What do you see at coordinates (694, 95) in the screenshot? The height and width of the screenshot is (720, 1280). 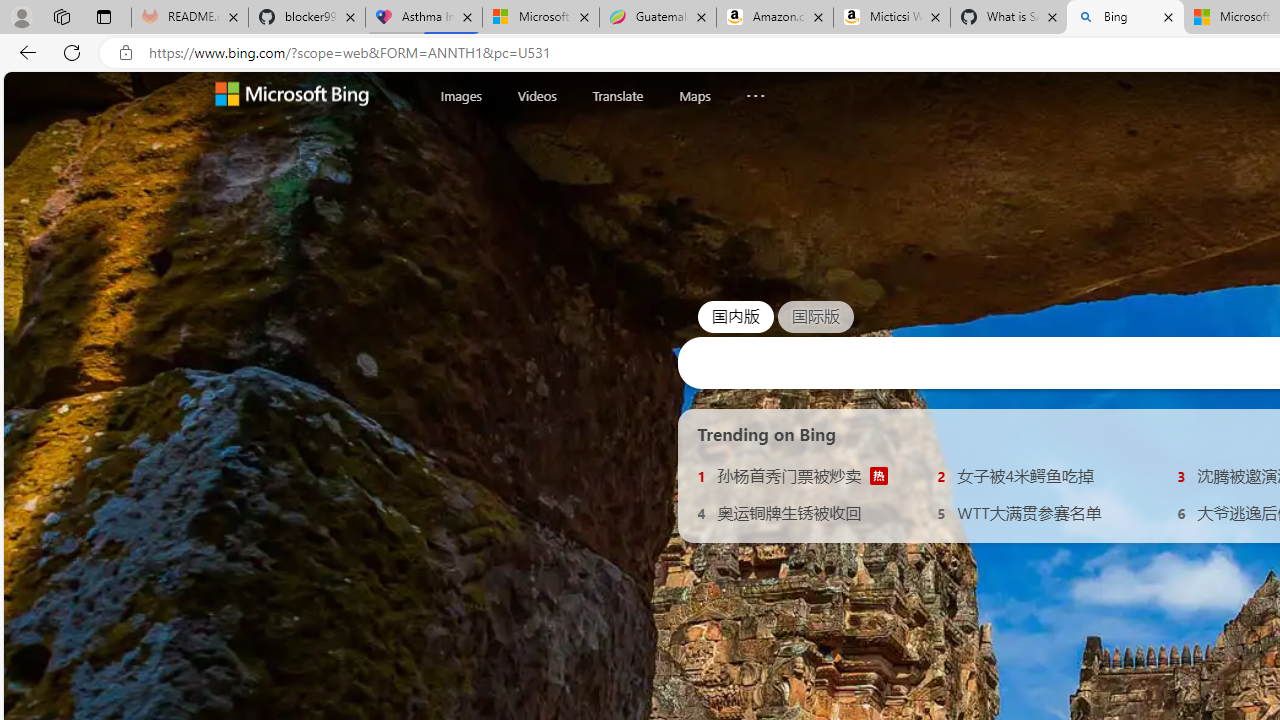 I see `'Maps'` at bounding box center [694, 95].